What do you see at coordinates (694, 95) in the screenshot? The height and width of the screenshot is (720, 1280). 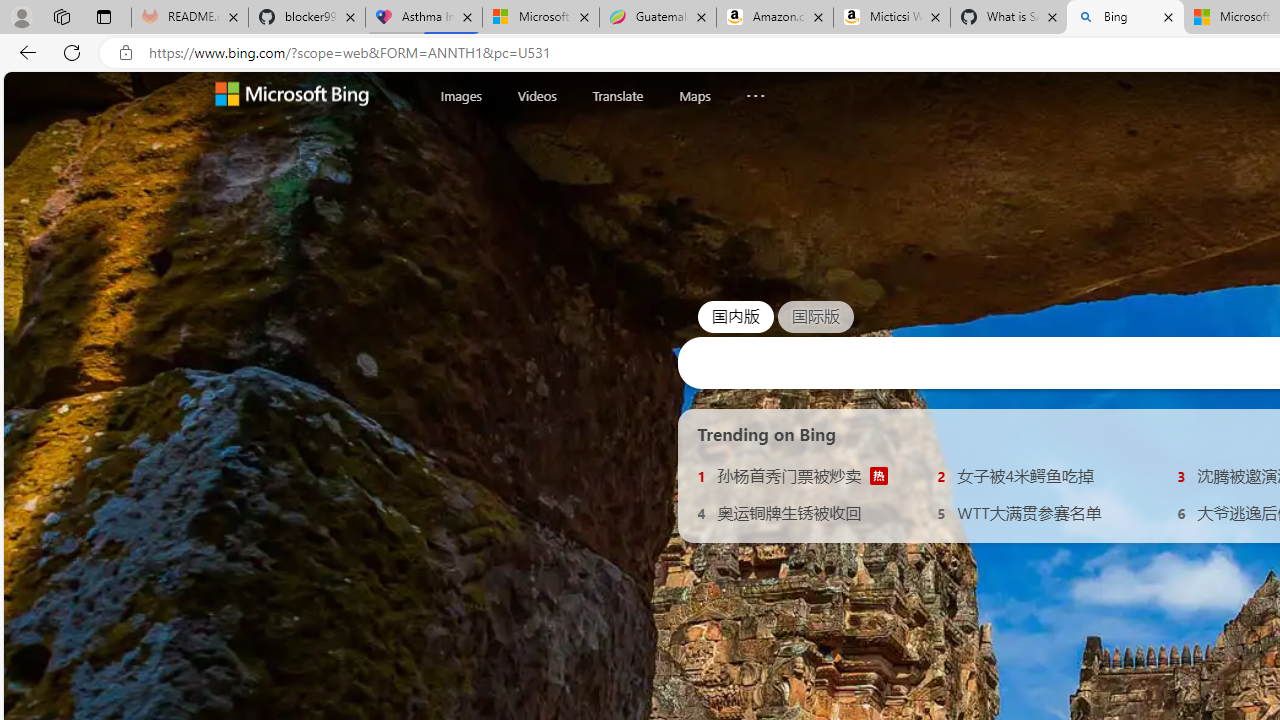 I see `'Maps'` at bounding box center [694, 95].